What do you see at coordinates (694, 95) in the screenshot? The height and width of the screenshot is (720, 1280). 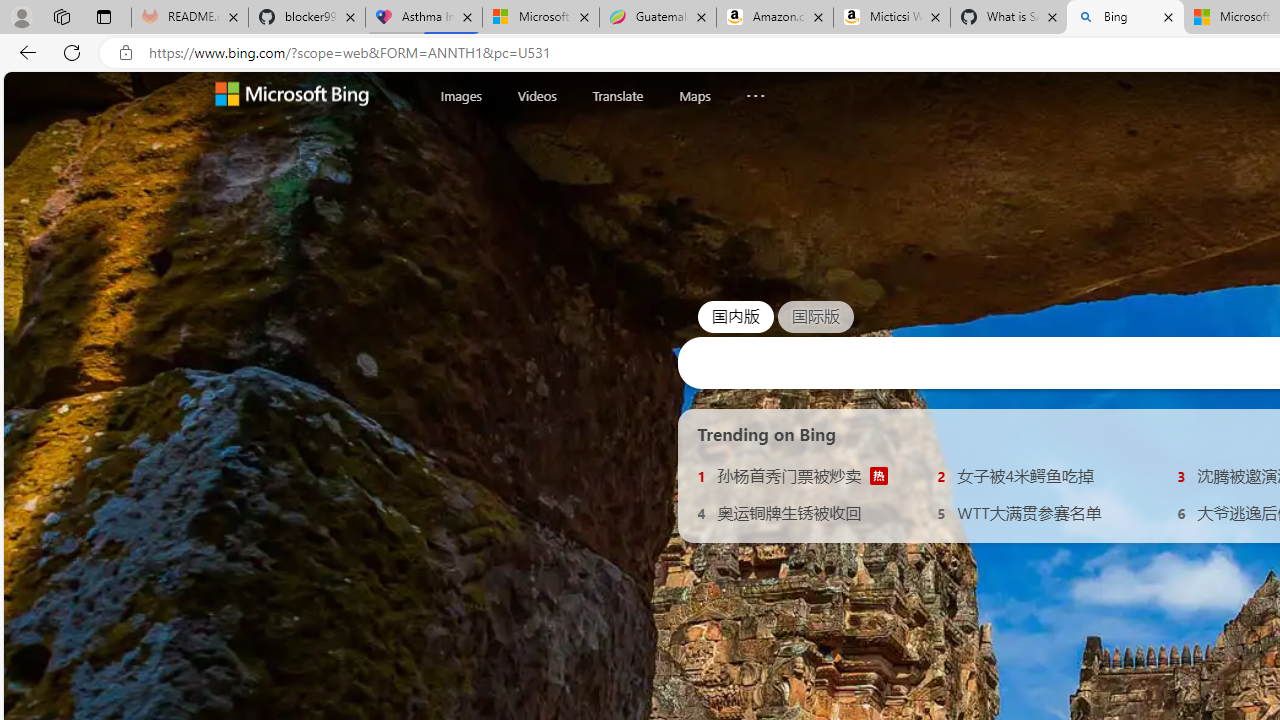 I see `'Maps'` at bounding box center [694, 95].